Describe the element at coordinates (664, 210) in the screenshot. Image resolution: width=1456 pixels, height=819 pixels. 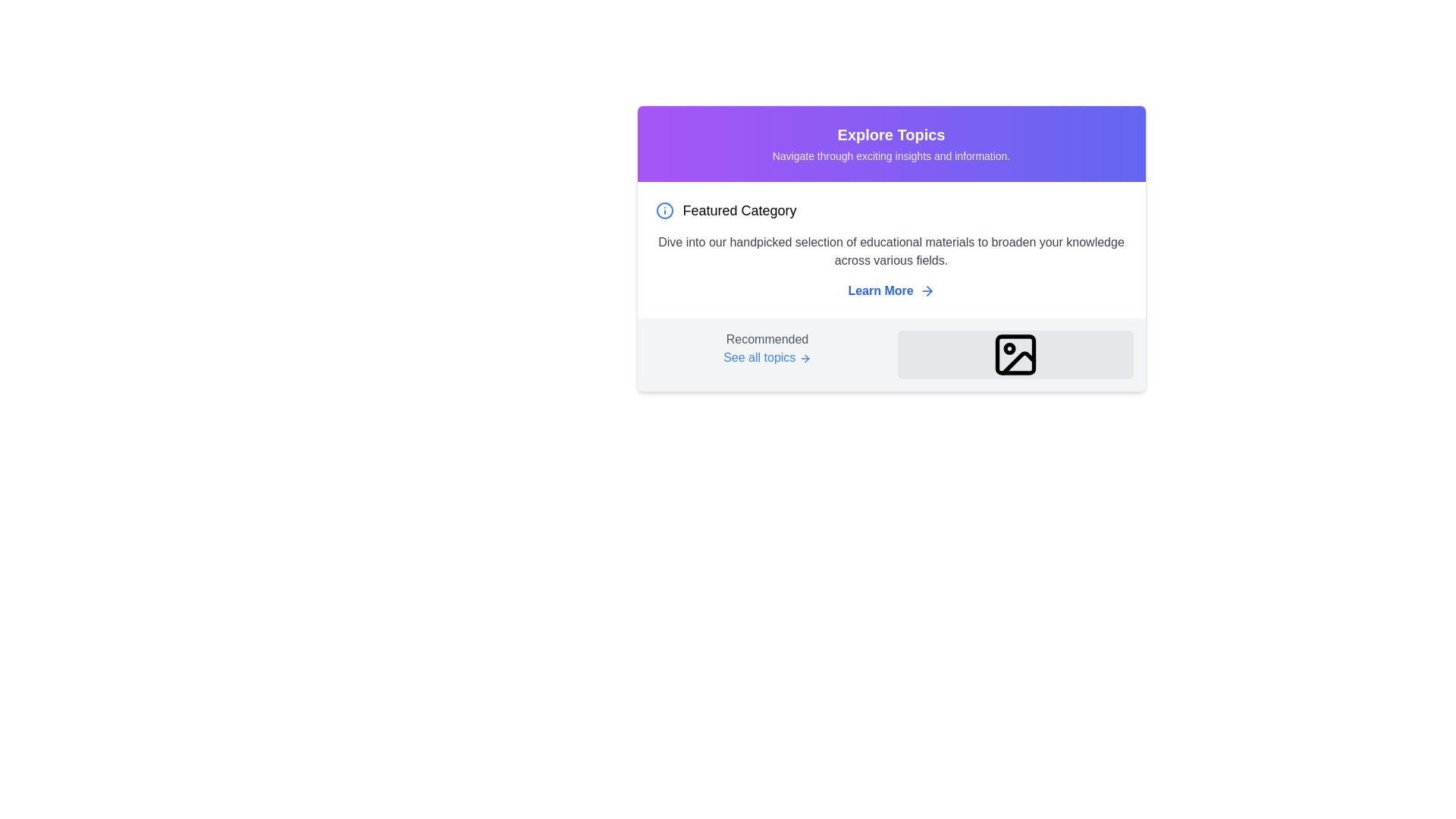
I see `the circular blue icon with a white 'i' symbol, located to the left of the text 'Featured Category' in the card-like interface` at that location.